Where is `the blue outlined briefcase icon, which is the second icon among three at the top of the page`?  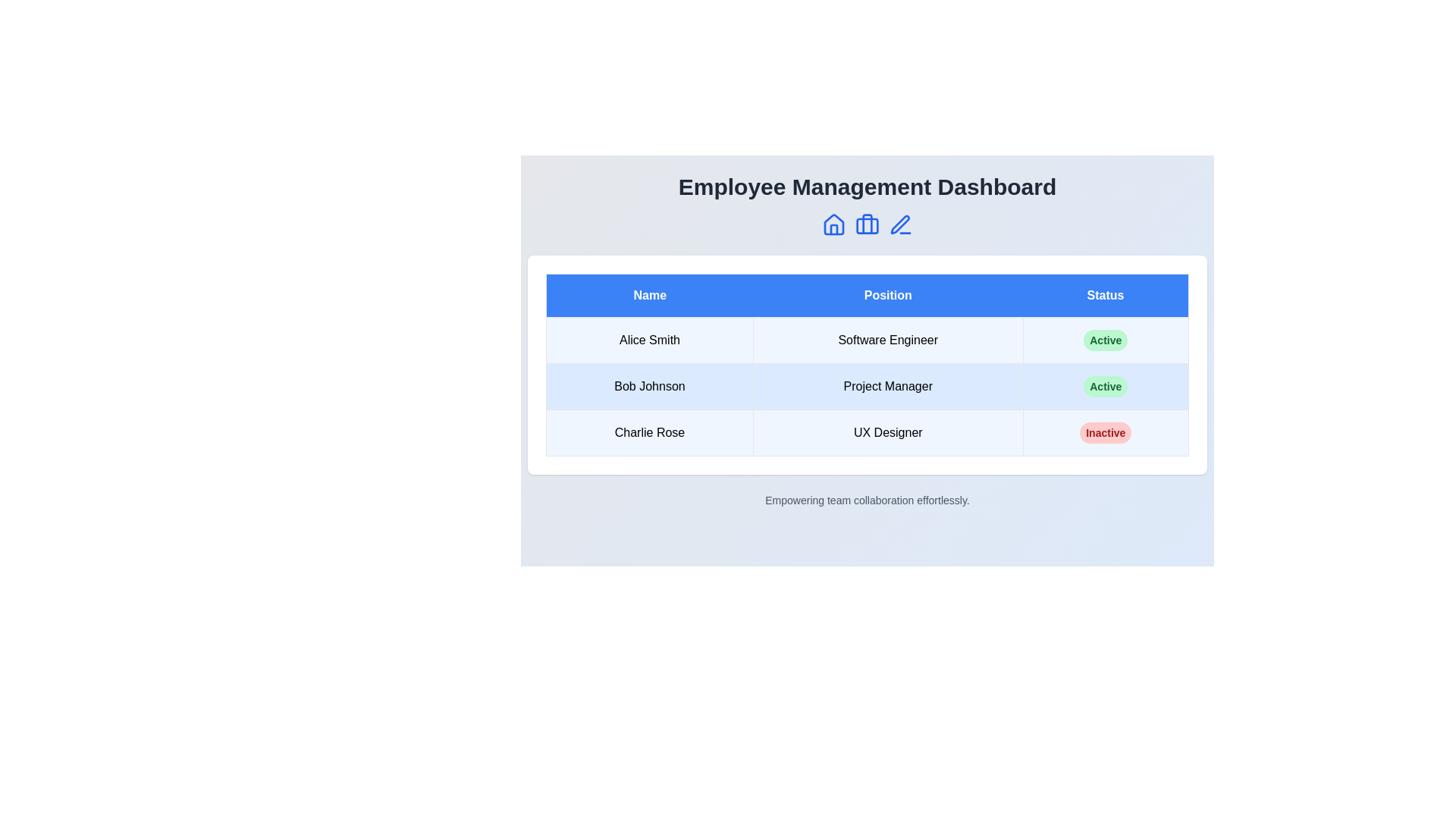 the blue outlined briefcase icon, which is the second icon among three at the top of the page is located at coordinates (867, 225).